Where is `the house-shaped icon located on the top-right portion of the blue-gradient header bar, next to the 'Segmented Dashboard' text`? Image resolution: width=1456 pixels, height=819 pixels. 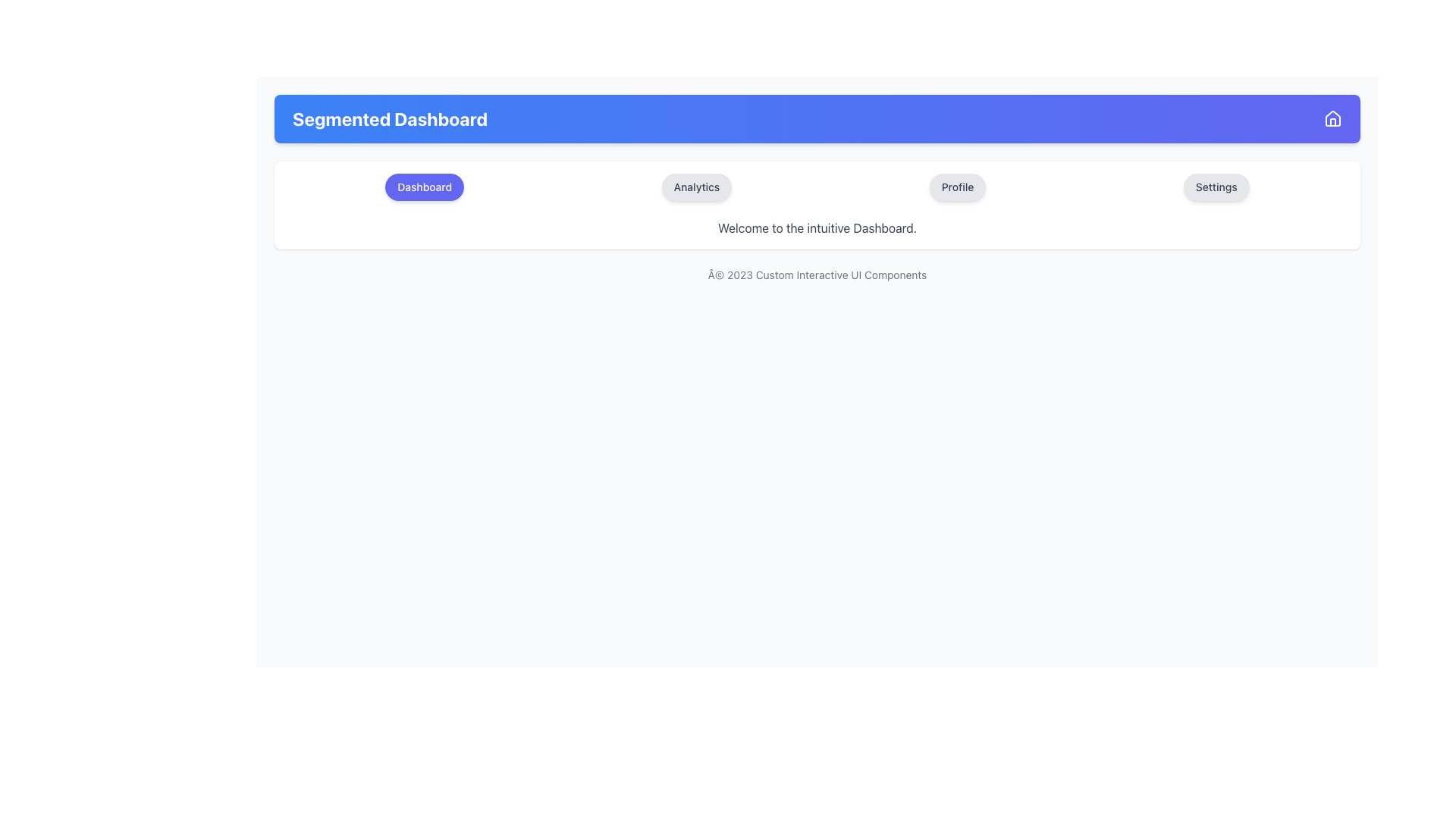 the house-shaped icon located on the top-right portion of the blue-gradient header bar, next to the 'Segmented Dashboard' text is located at coordinates (1332, 118).